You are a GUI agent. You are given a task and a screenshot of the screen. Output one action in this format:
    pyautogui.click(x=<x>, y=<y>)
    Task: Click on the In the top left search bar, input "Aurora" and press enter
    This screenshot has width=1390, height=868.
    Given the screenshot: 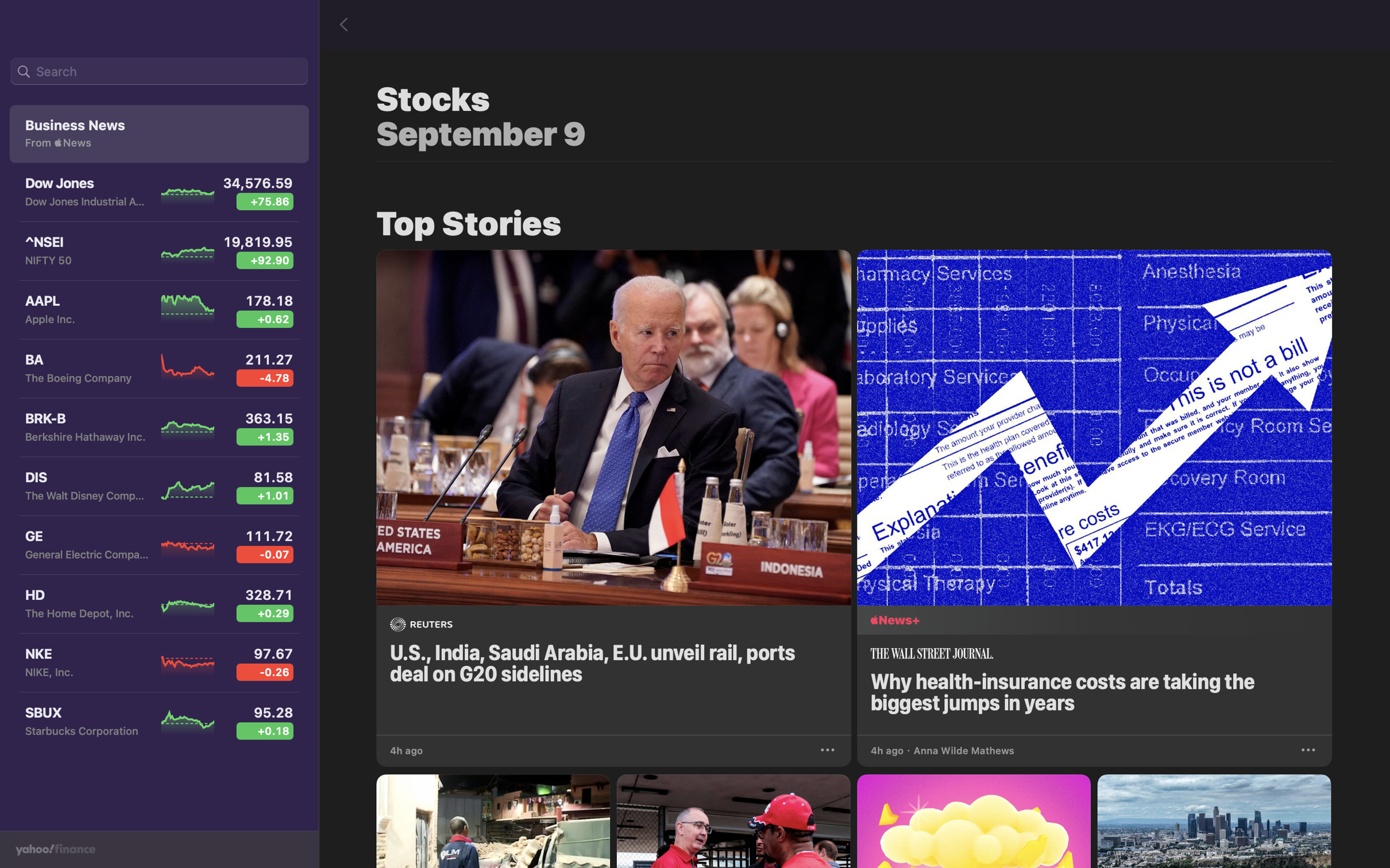 What is the action you would take?
    pyautogui.click(x=159, y=72)
    